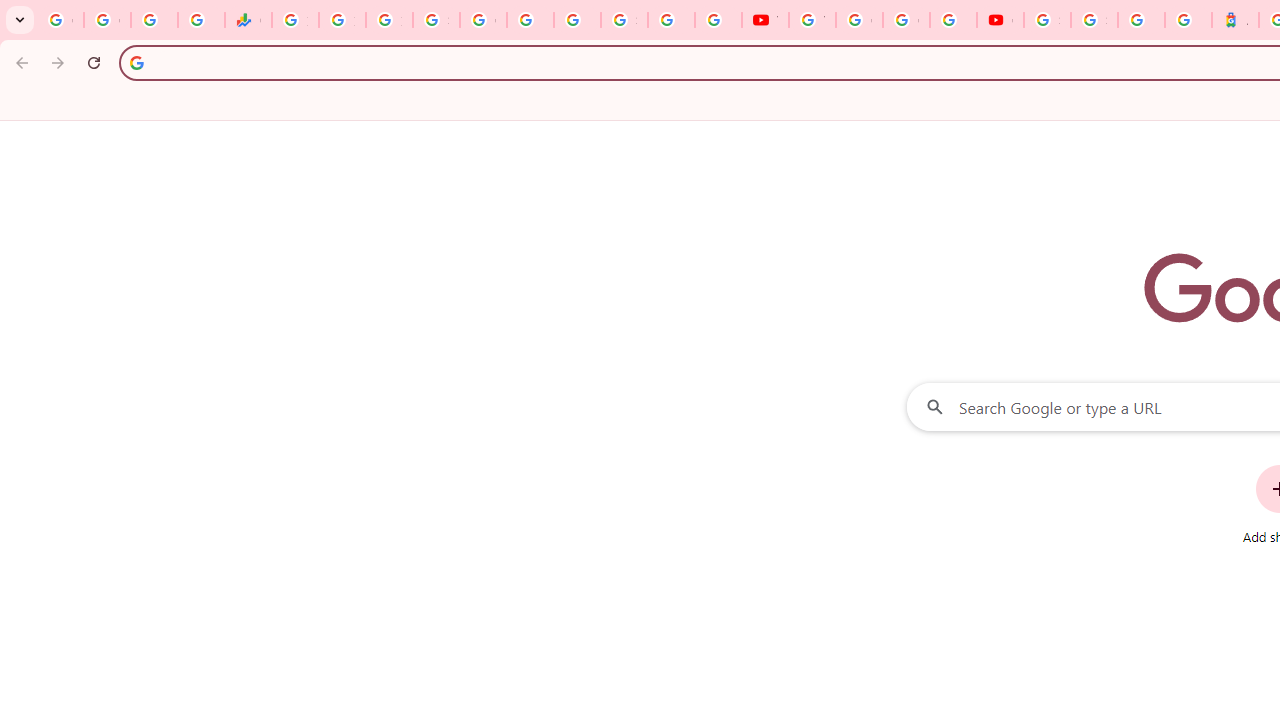 This screenshot has height=720, width=1280. I want to click on 'Atour Hotel - Google hotels', so click(1234, 20).